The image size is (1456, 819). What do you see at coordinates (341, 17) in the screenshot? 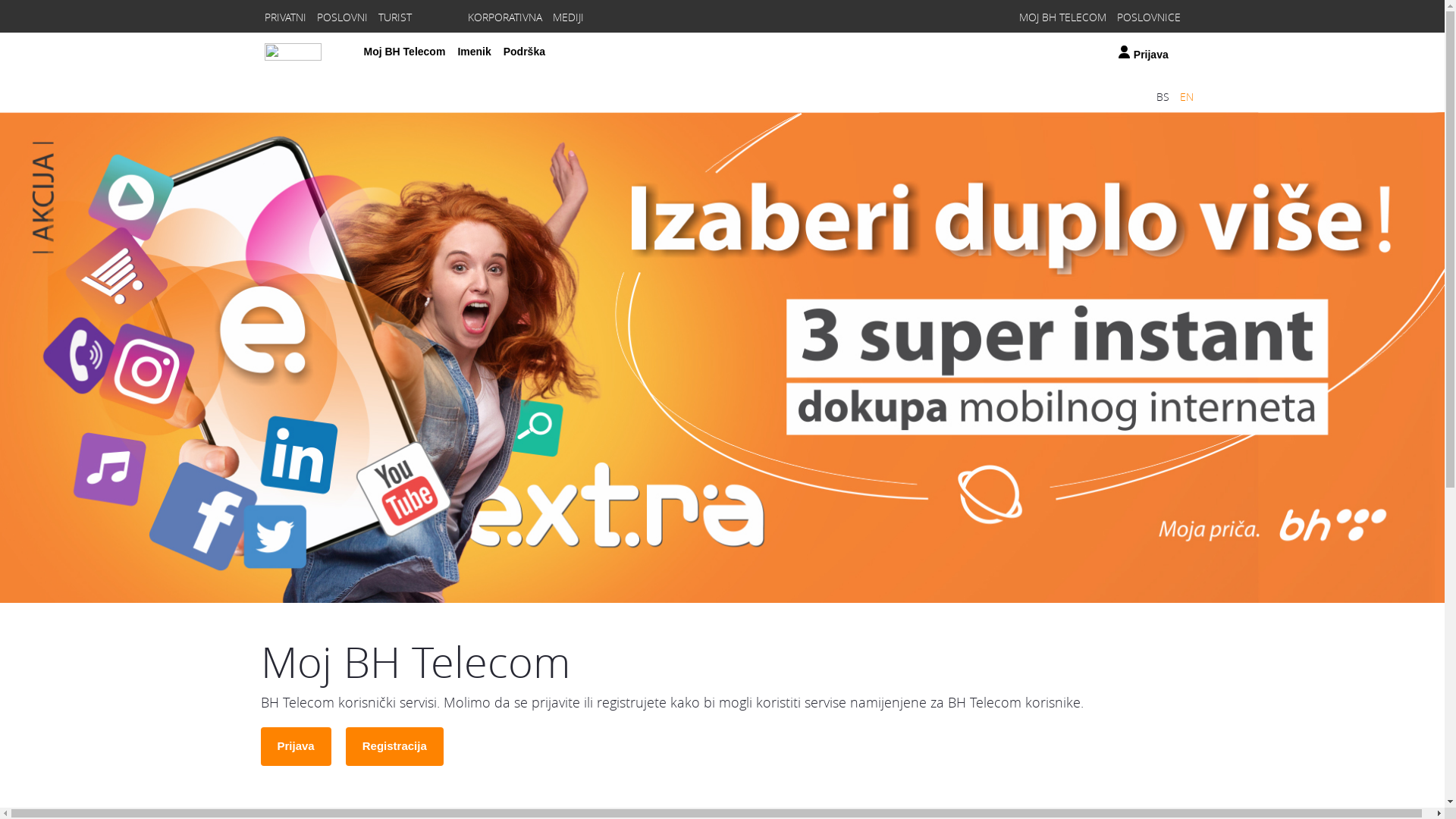
I see `'POSLOVNI'` at bounding box center [341, 17].